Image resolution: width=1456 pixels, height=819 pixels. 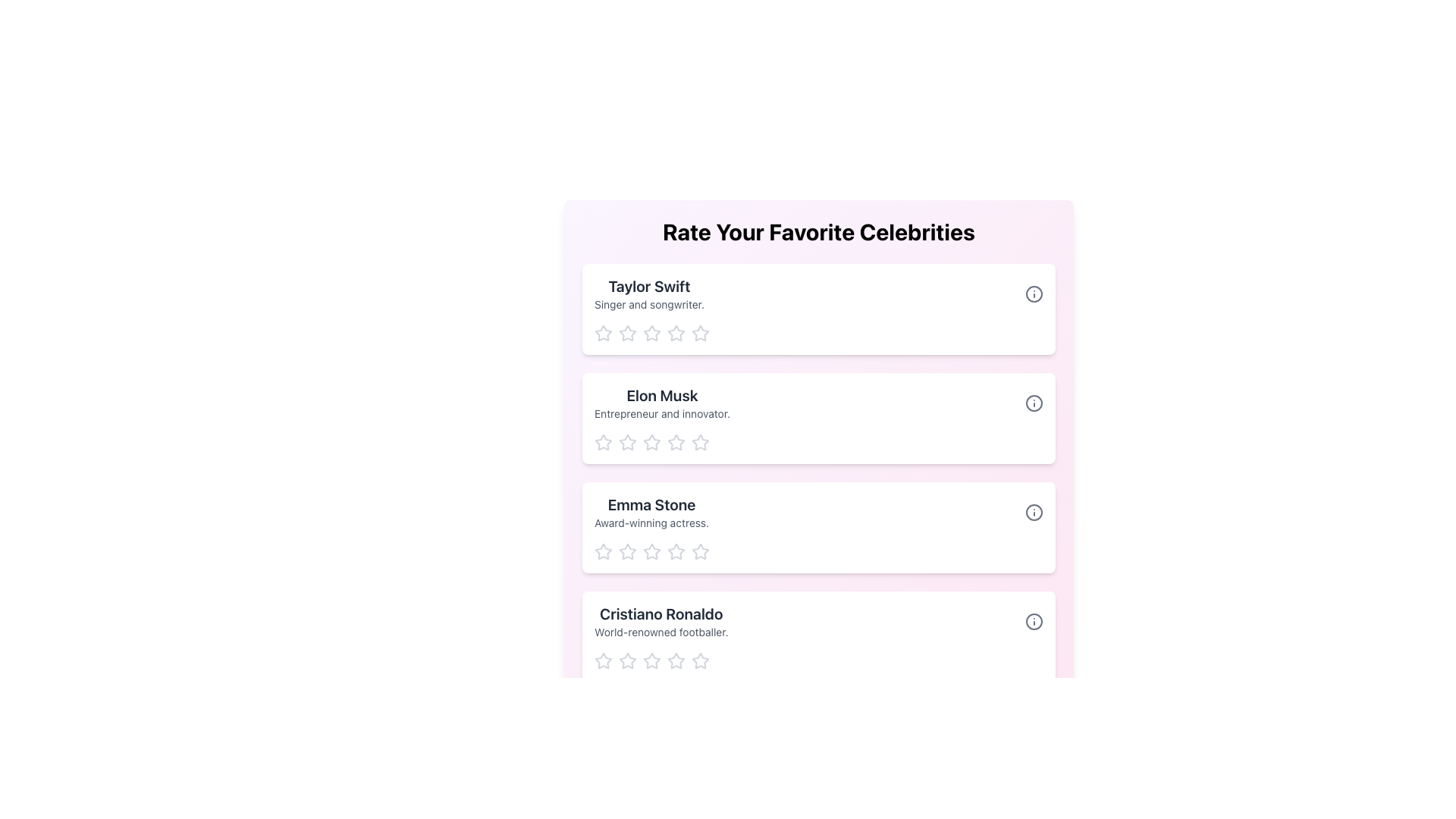 I want to click on the text label displaying 'Singer and songwriter.' which is located below the 'Taylor Swift' title in the 'Rate Your Favorite Celebrities' card, so click(x=649, y=304).